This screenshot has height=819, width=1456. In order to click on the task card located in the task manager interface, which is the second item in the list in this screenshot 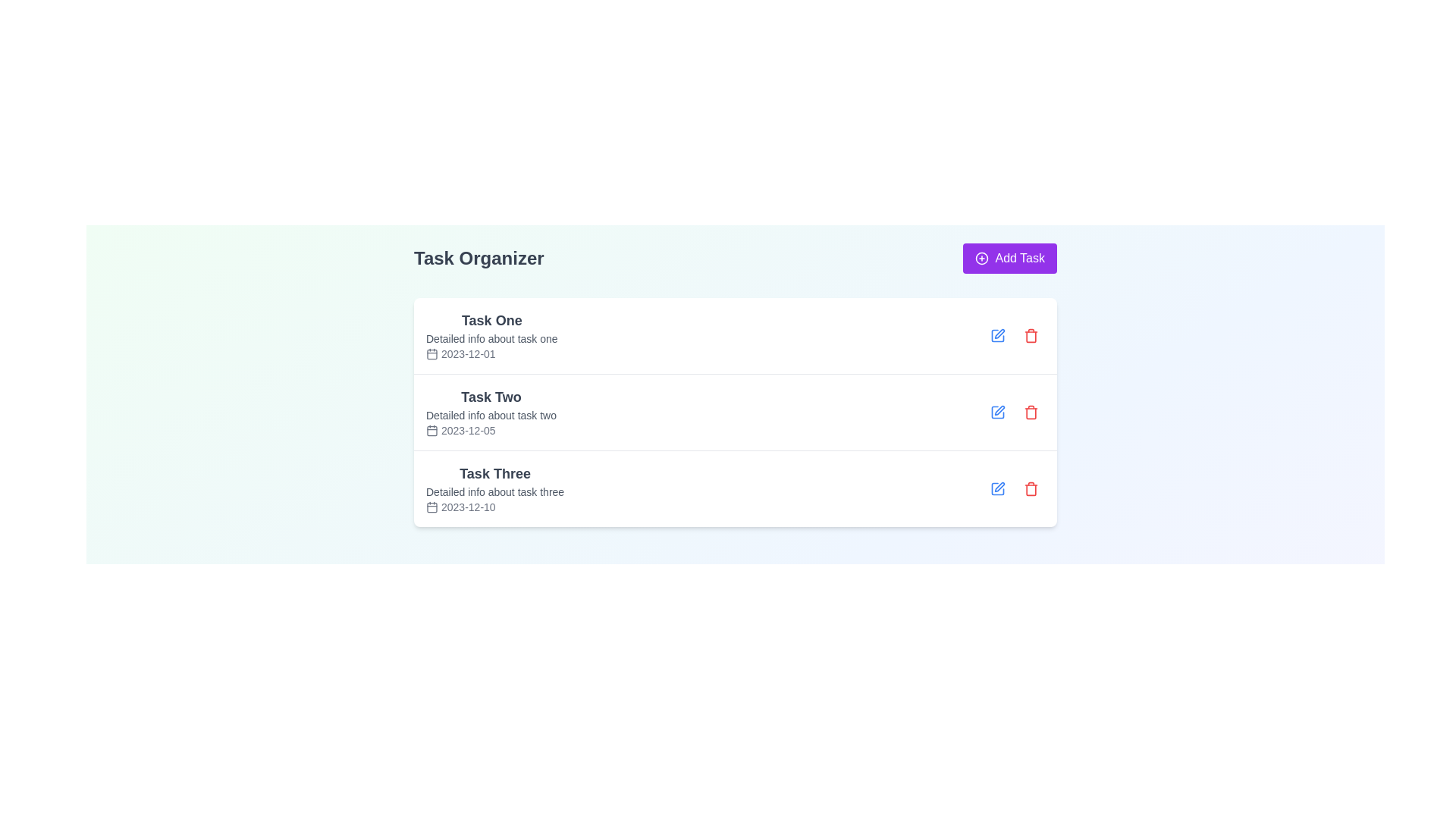, I will do `click(735, 384)`.